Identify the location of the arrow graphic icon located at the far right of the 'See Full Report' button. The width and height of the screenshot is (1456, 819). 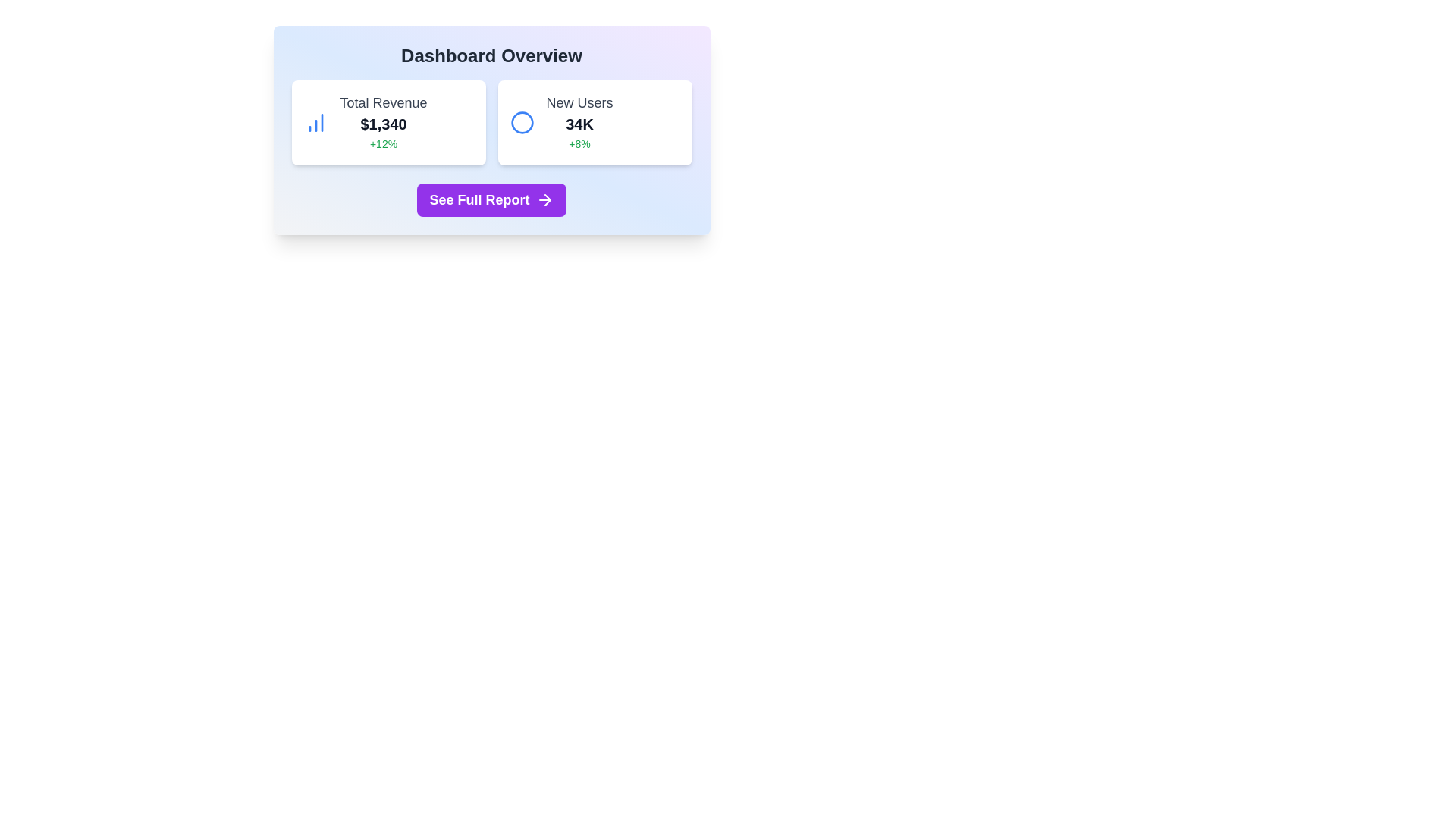
(544, 199).